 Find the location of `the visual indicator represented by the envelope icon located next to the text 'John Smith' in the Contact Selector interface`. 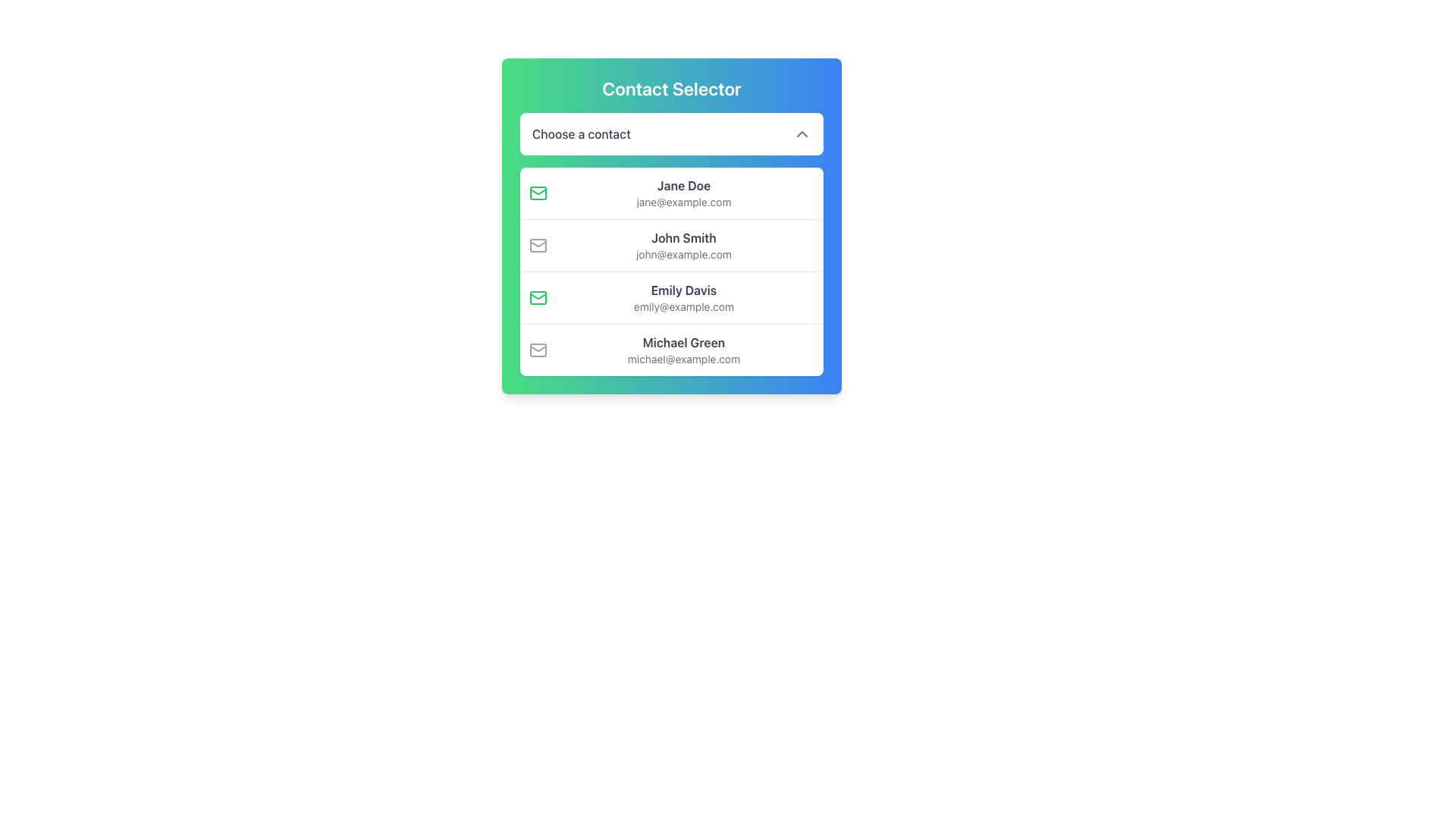

the visual indicator represented by the envelope icon located next to the text 'John Smith' in the Contact Selector interface is located at coordinates (538, 245).